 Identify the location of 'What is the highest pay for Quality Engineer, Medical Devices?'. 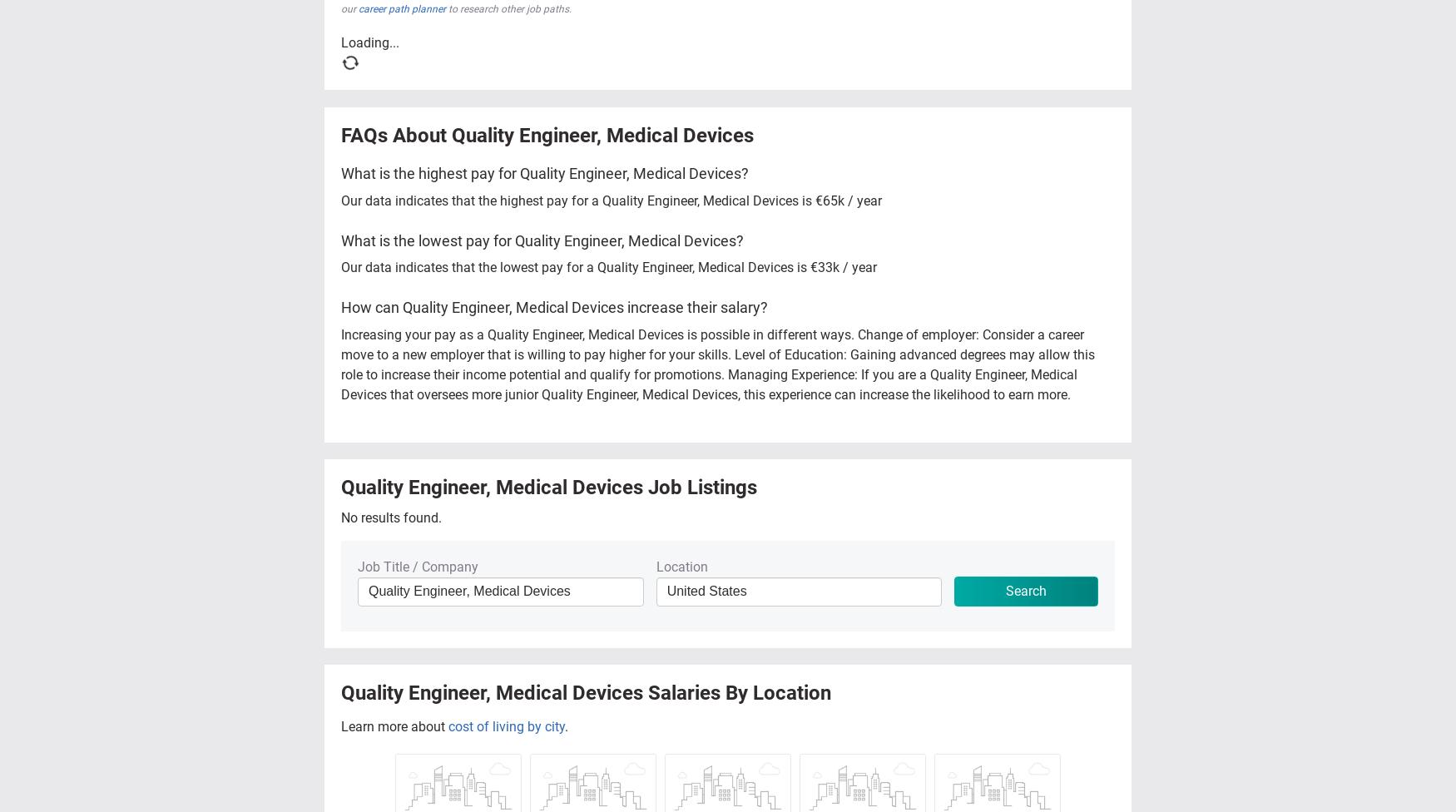
(544, 172).